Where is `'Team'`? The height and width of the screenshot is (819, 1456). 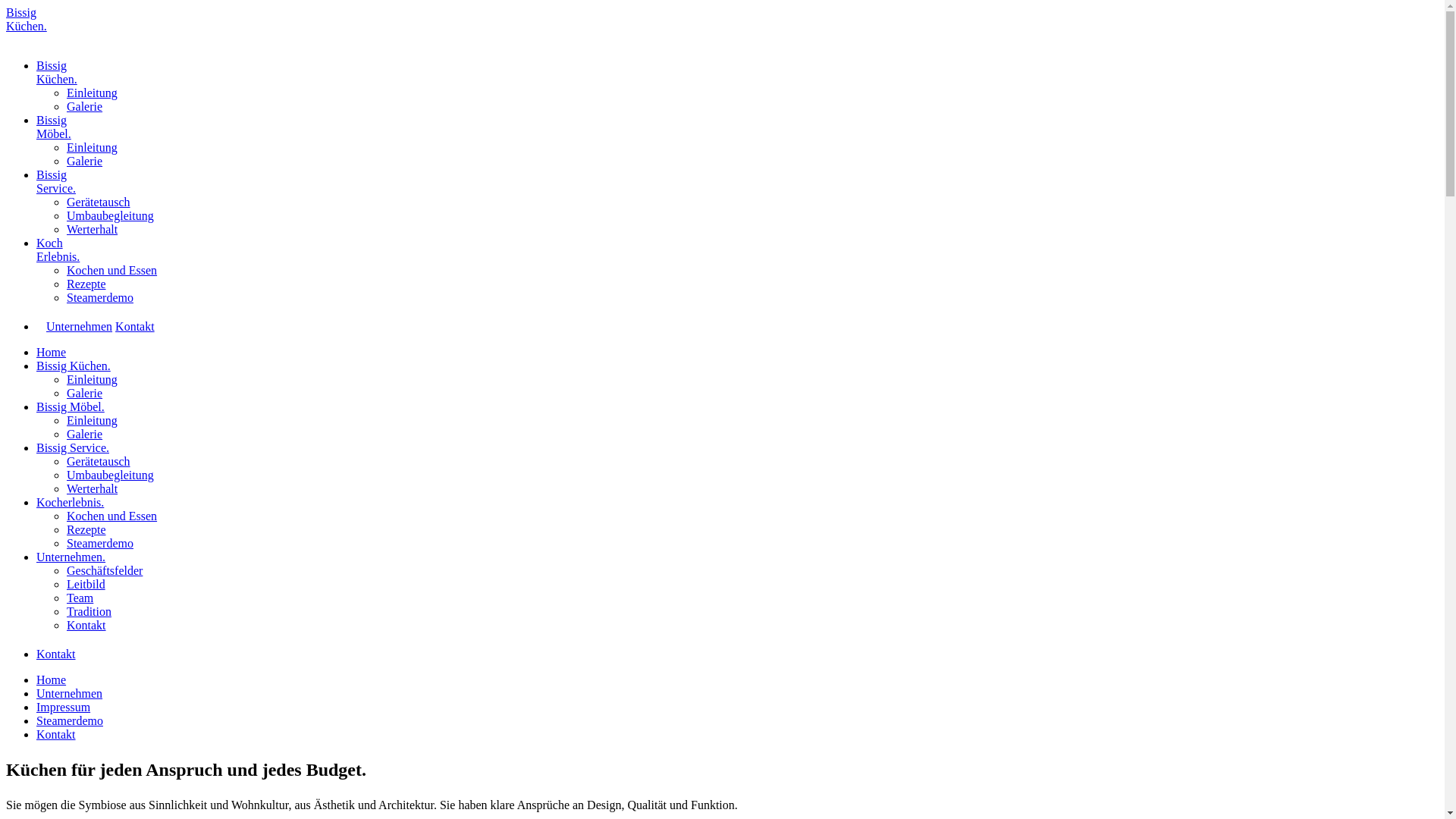
'Team' is located at coordinates (65, 597).